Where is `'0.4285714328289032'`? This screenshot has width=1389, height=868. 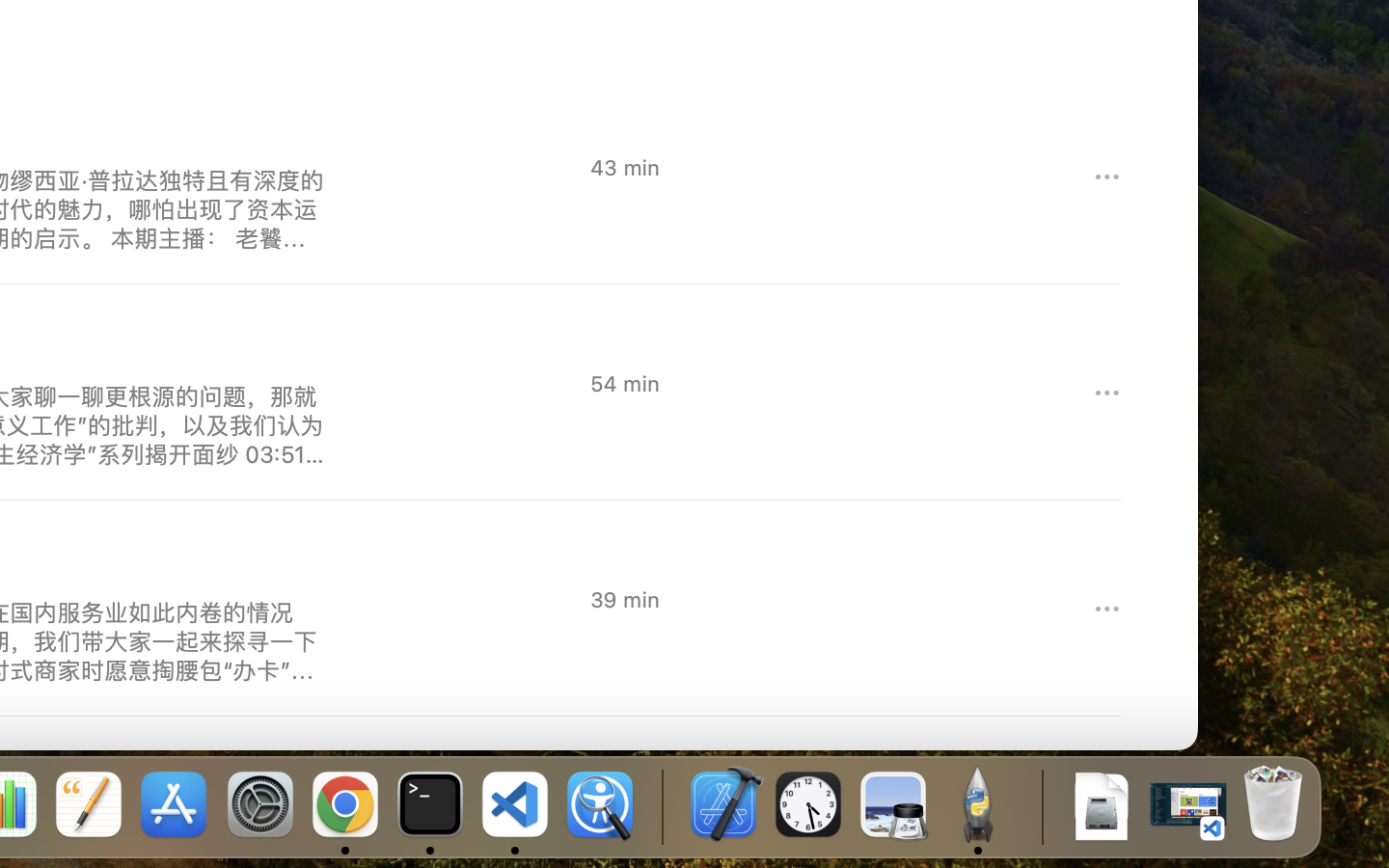 '0.4285714328289032' is located at coordinates (661, 805).